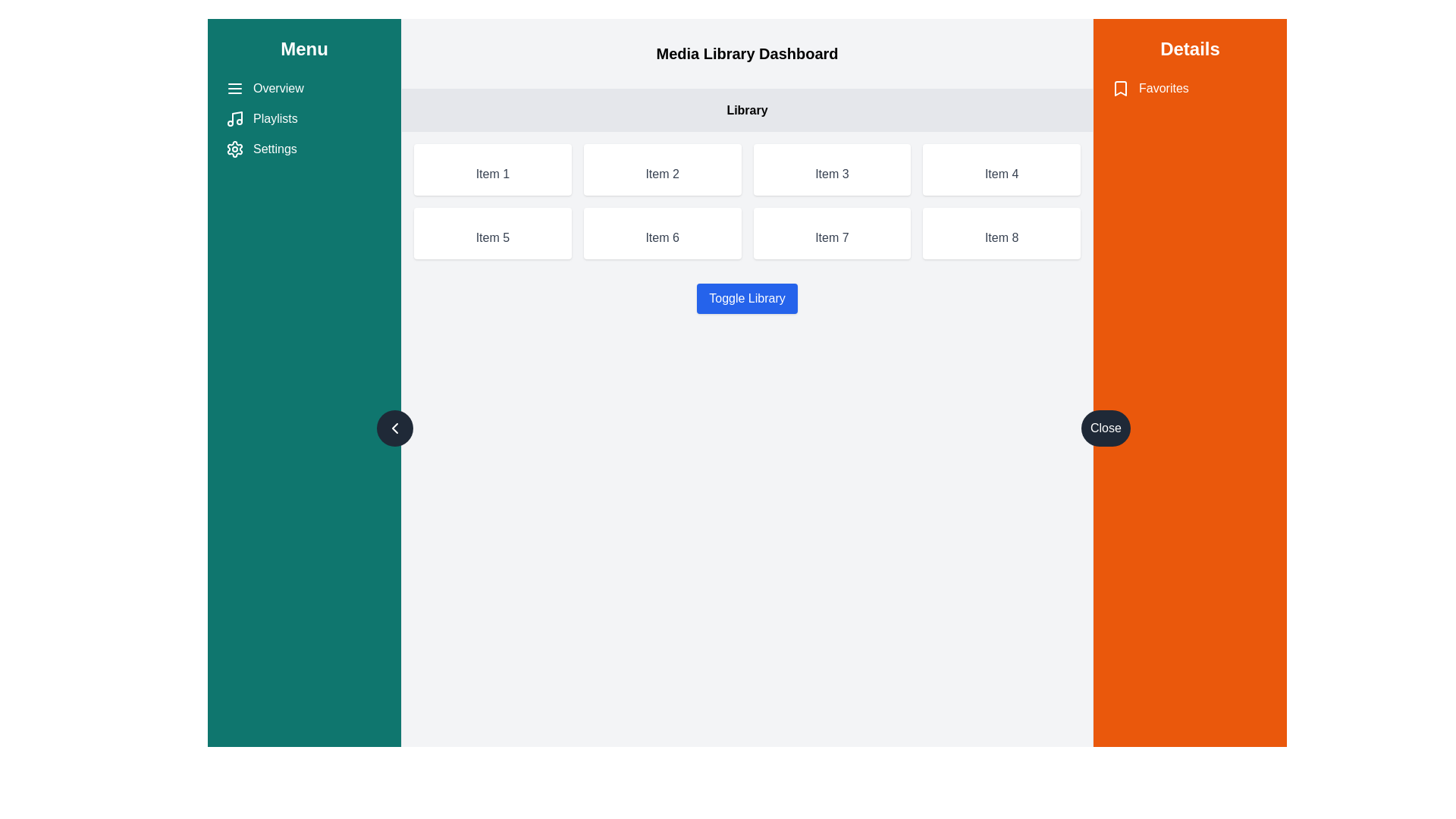  I want to click on the left-facing chevron icon with a white stroke on a dark circular background located in the sidebar to collapse or expand the sidebar, so click(395, 428).